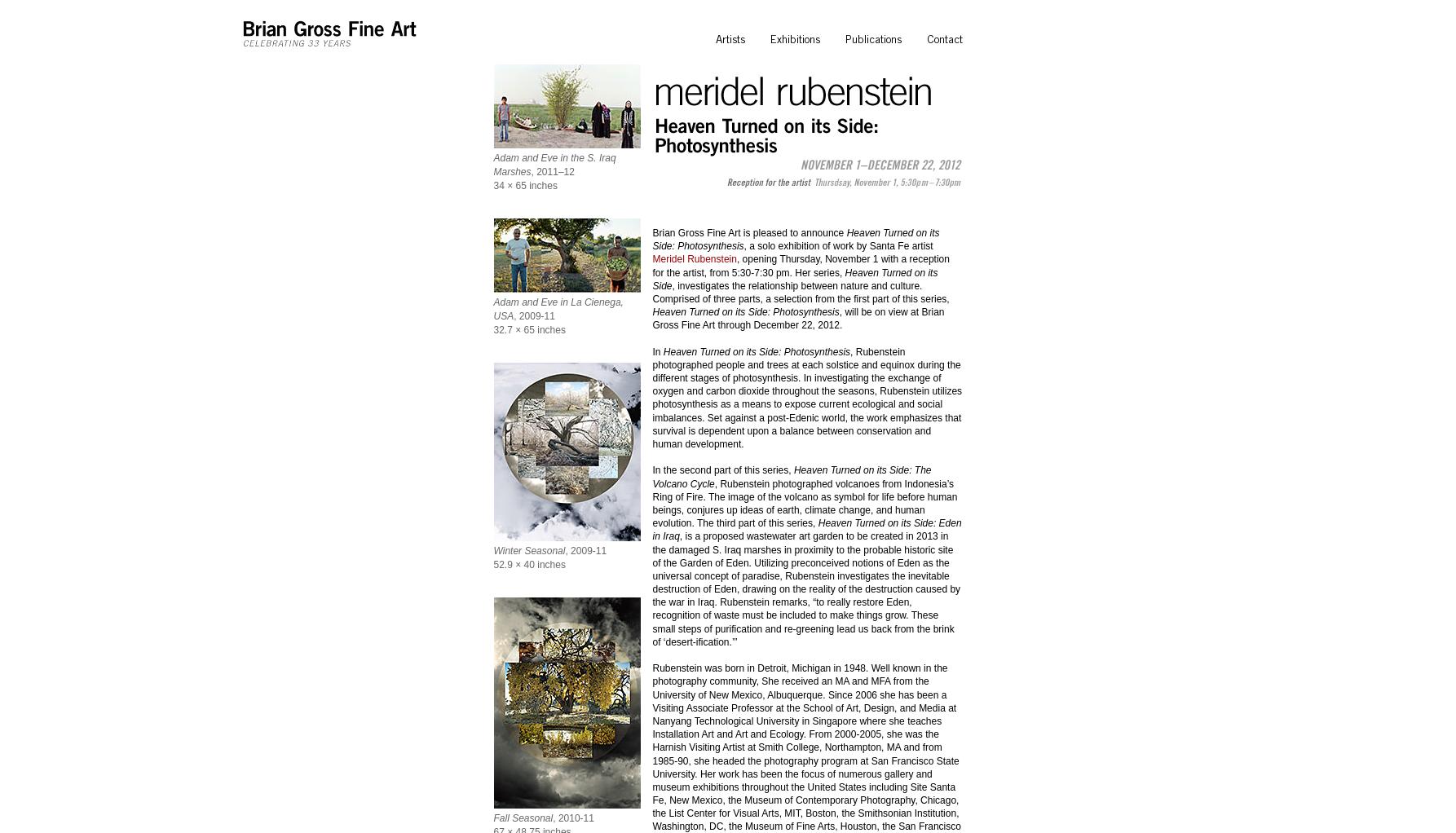  I want to click on 'Winter Seasonal', so click(529, 549).